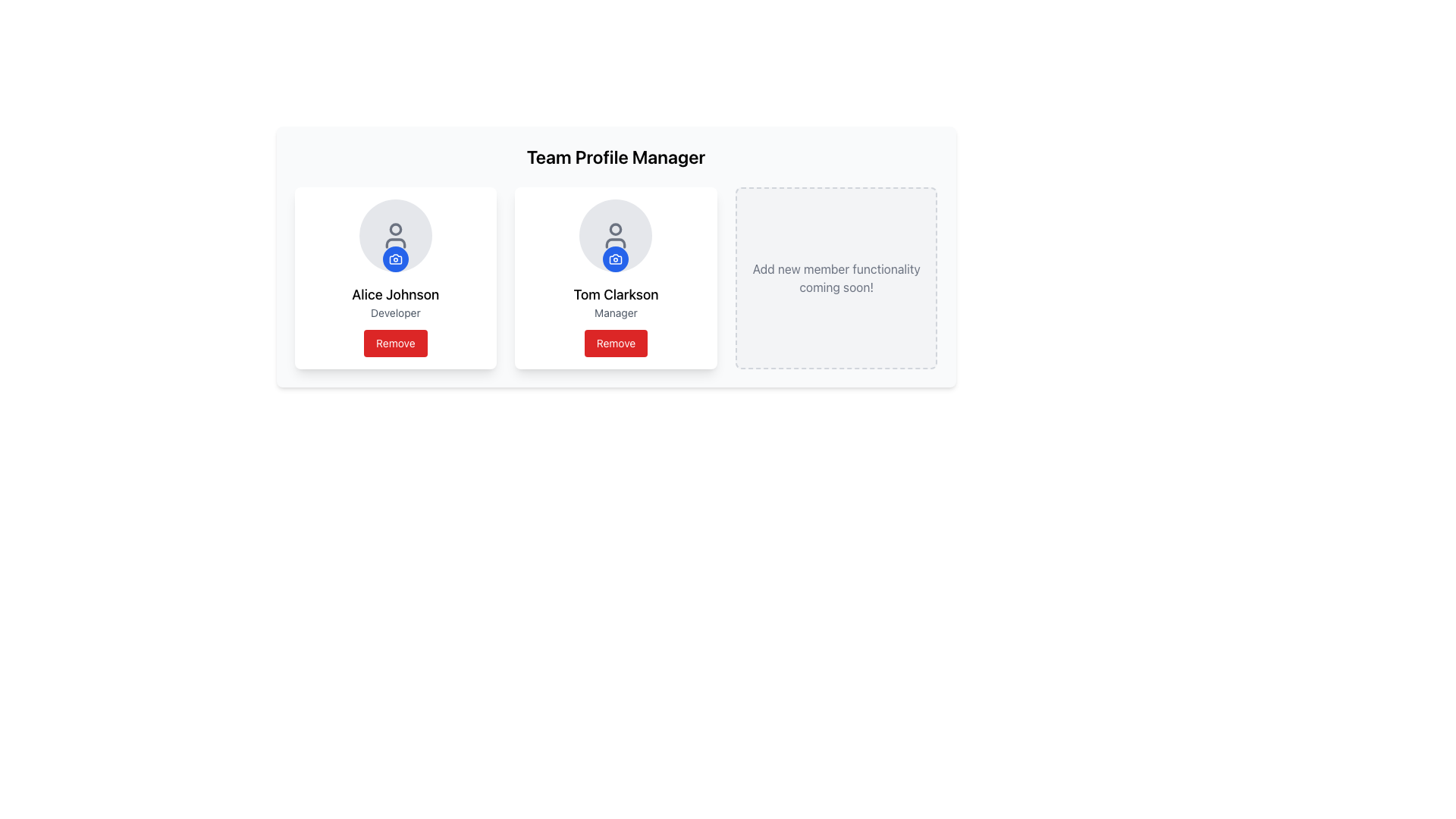  Describe the element at coordinates (395, 343) in the screenshot. I see `the button located at the bottom center of the user profile card for Alice Johnson, which allows users to remove the associated profile and observe the hover effect` at that location.